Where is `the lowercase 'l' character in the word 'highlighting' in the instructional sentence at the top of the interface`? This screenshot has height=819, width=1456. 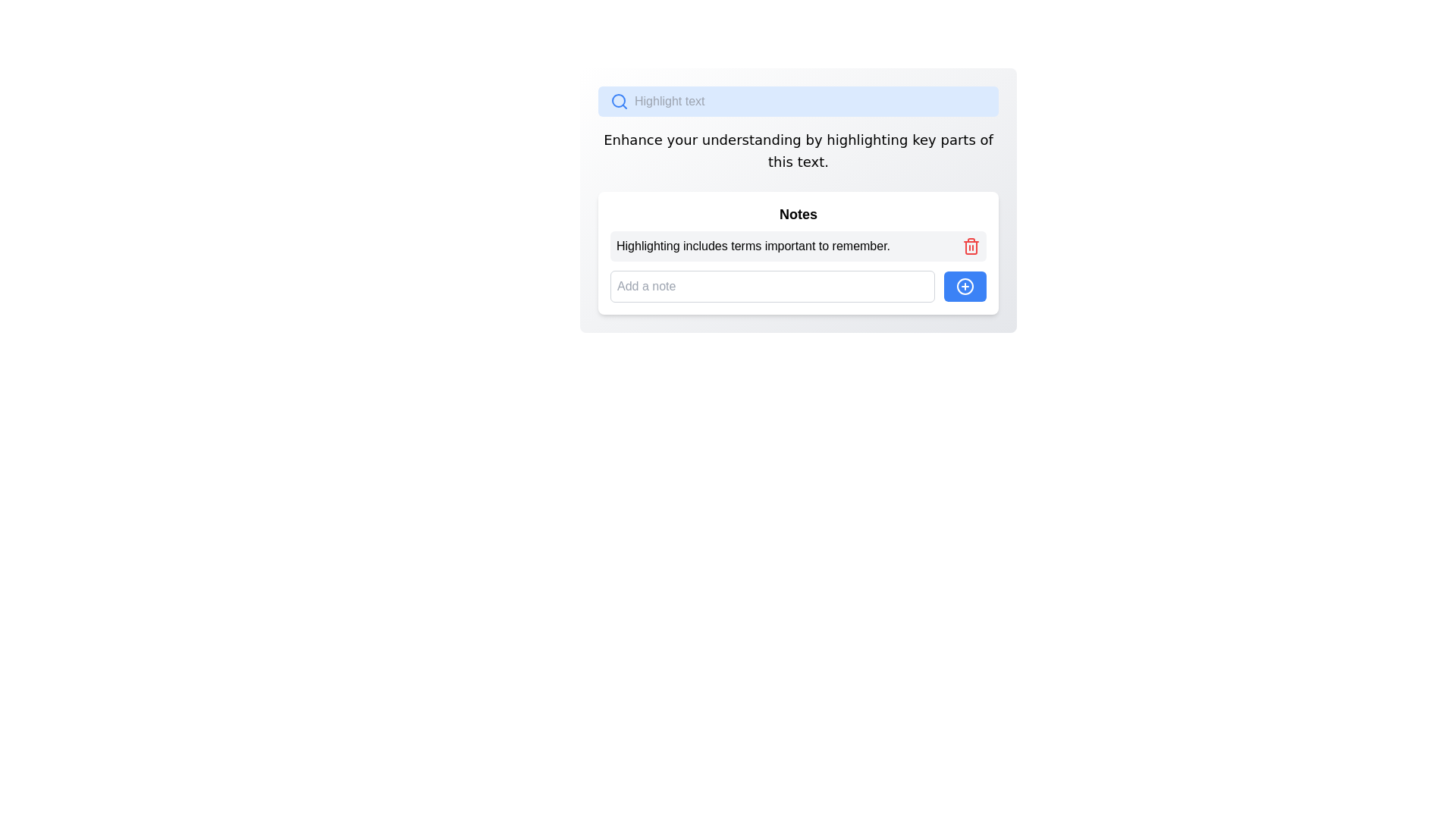 the lowercase 'l' character in the word 'highlighting' in the instructional sentence at the top of the interface is located at coordinates (858, 140).